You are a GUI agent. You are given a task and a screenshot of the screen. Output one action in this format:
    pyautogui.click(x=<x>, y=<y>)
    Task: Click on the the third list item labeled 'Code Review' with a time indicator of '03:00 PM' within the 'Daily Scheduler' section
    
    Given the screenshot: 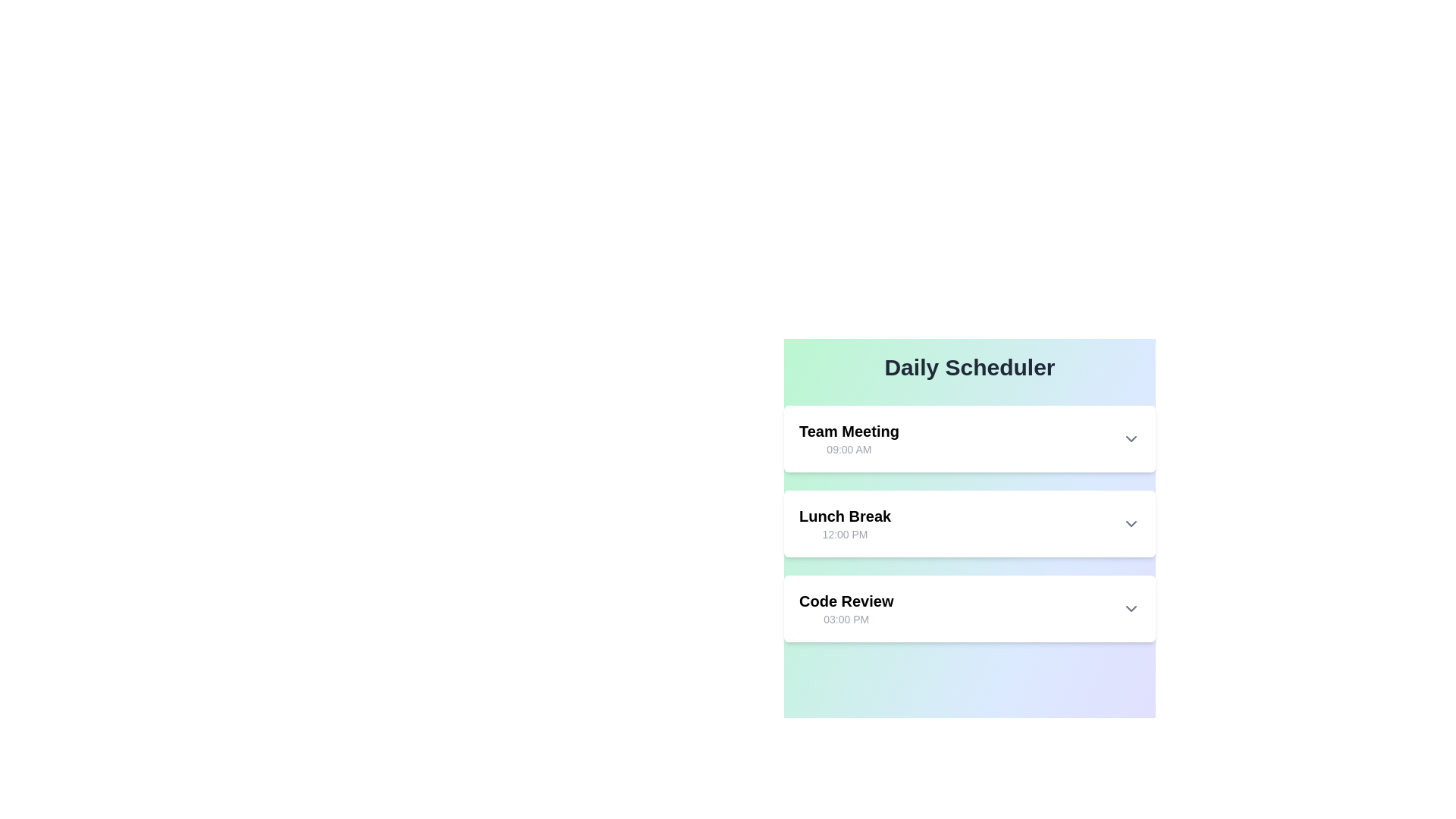 What is the action you would take?
    pyautogui.click(x=846, y=607)
    